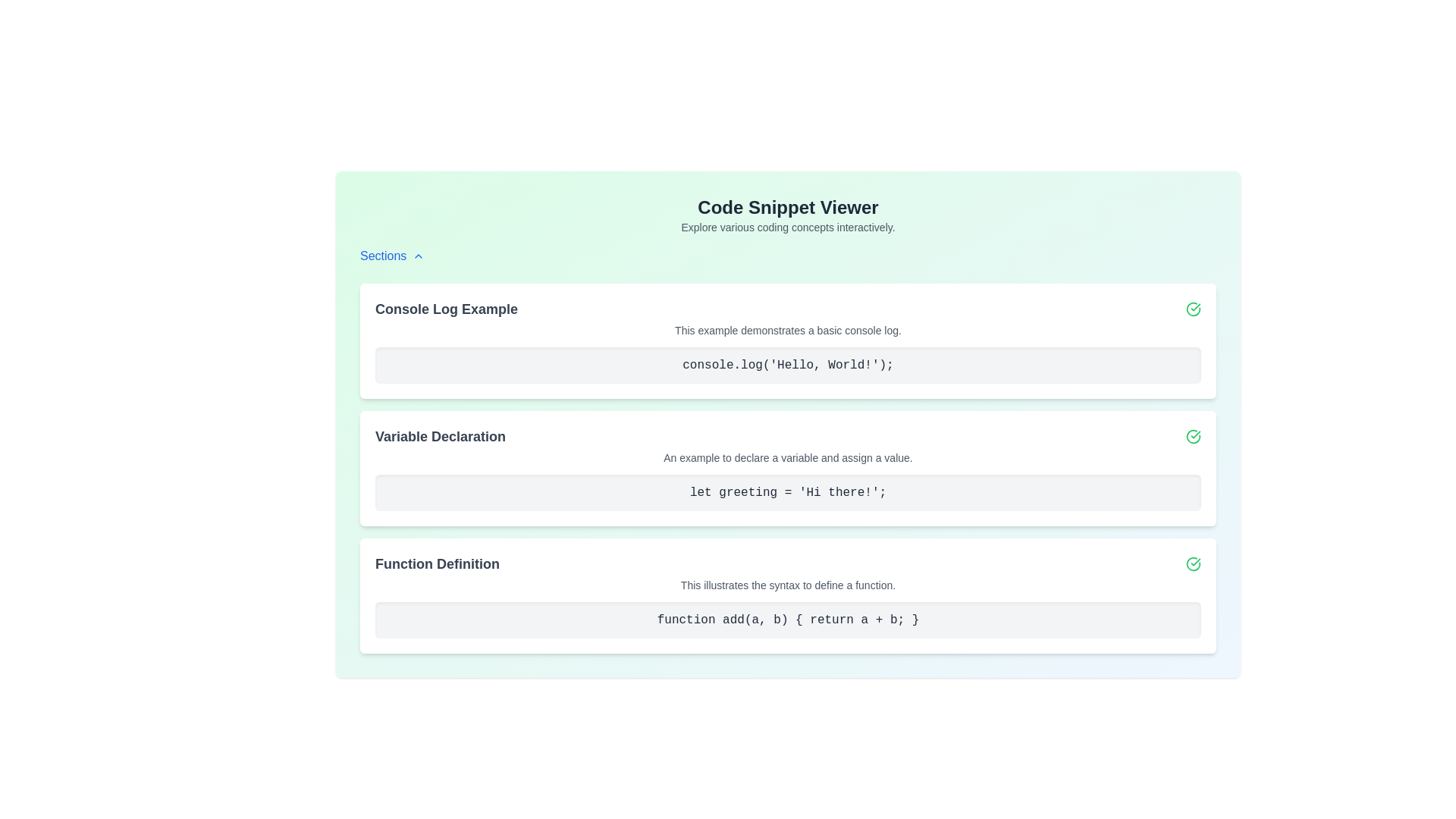 Image resolution: width=1456 pixels, height=819 pixels. What do you see at coordinates (419, 256) in the screenshot?
I see `the Chevron Icon located to the right of the 'Sections' label in the header section` at bounding box center [419, 256].